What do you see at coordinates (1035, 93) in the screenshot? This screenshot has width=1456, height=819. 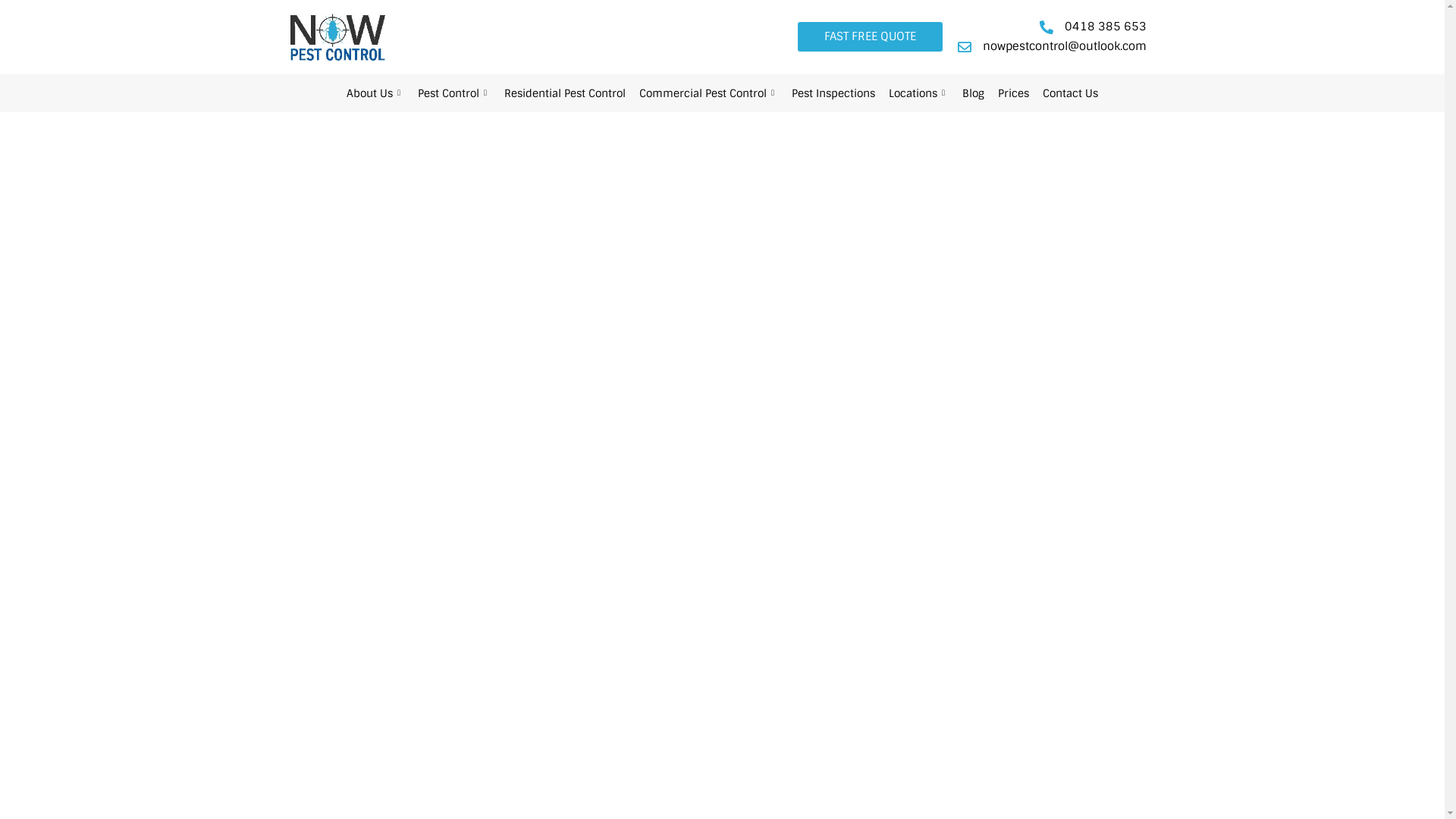 I see `'Contact Us'` at bounding box center [1035, 93].